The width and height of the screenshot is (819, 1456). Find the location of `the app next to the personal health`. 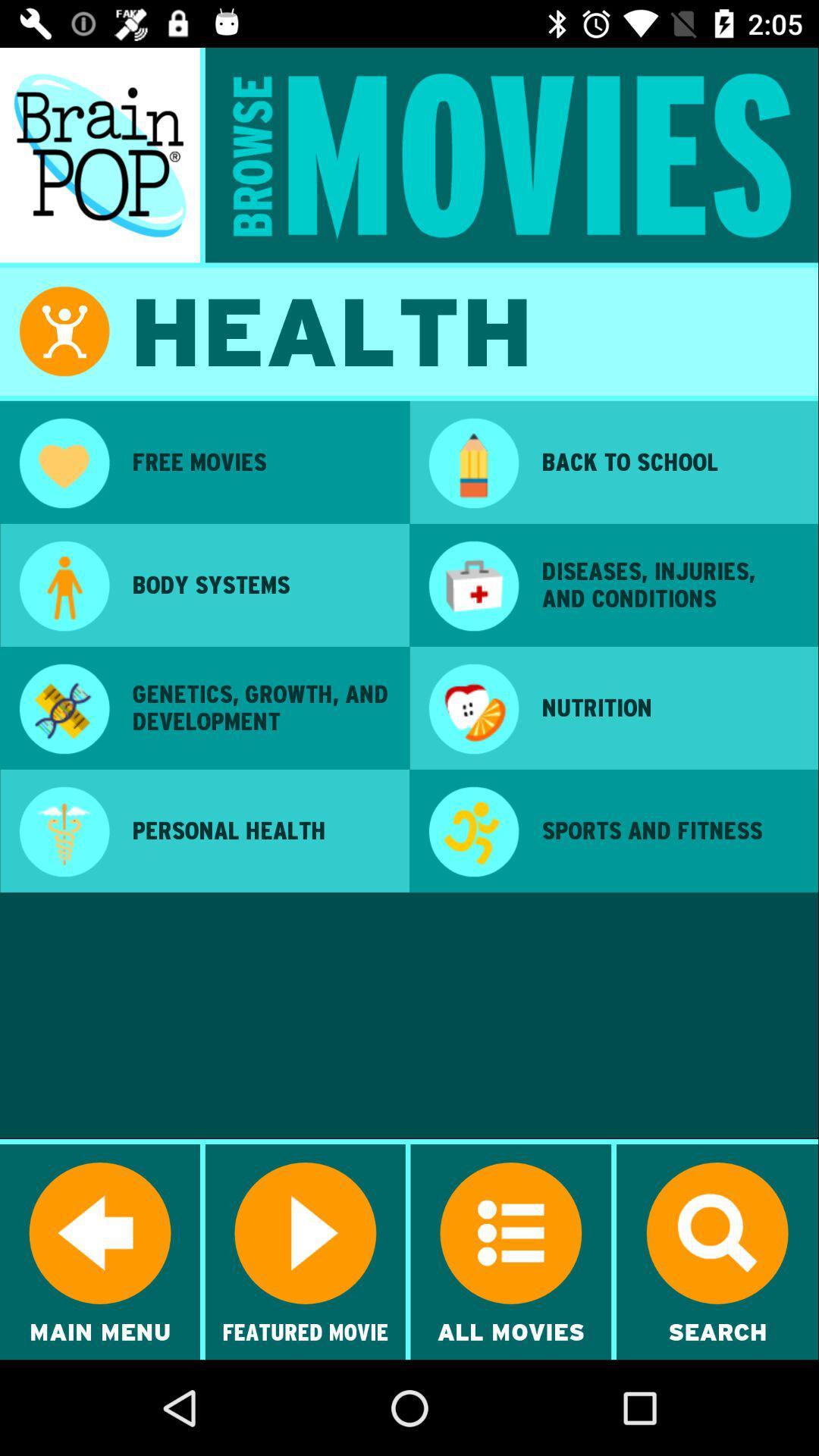

the app next to the personal health is located at coordinates (63, 833).